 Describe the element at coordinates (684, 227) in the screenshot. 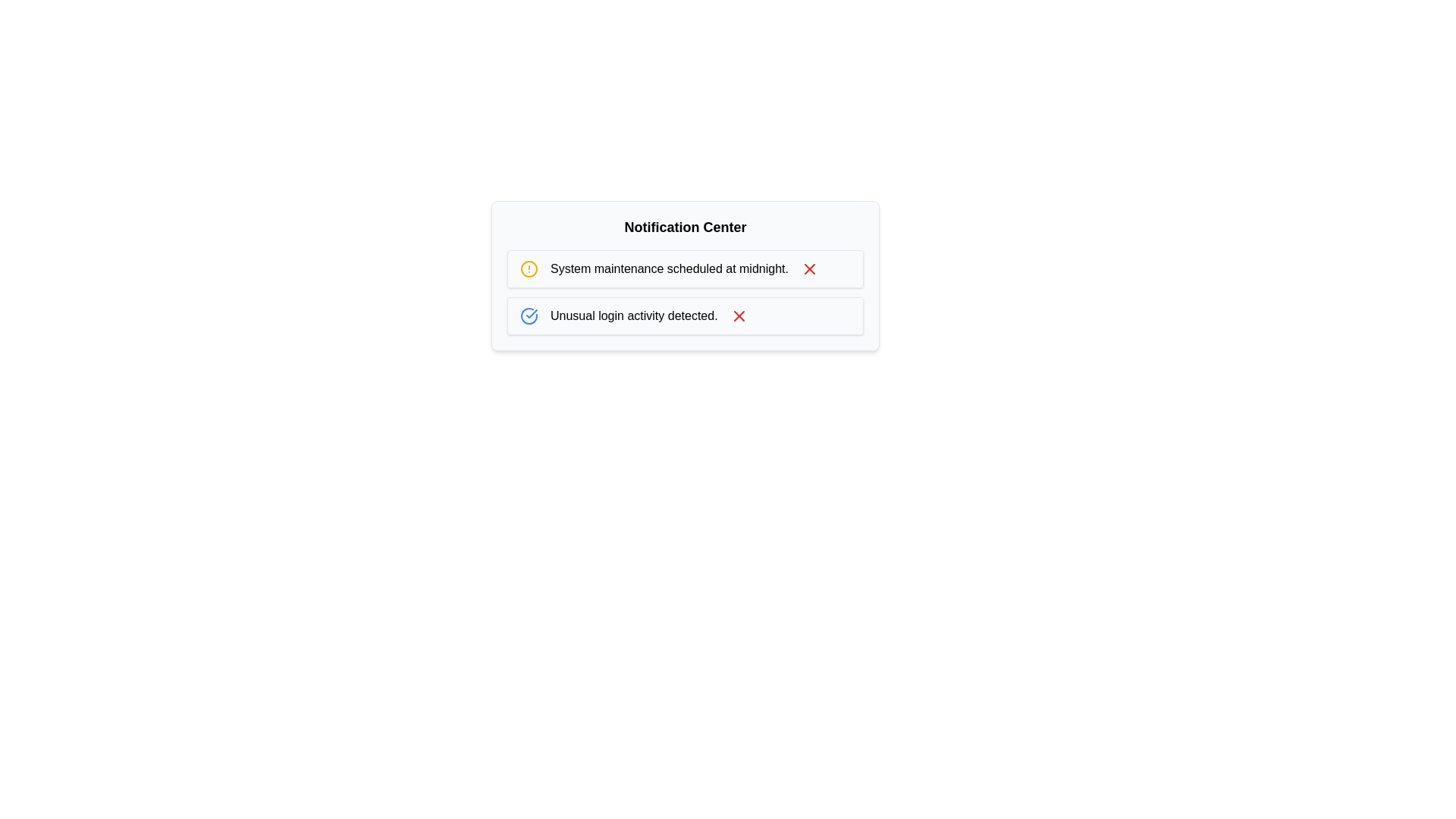

I see `the Text Label which serves as the title of the notification card, positioned at the top of the card layout` at that location.